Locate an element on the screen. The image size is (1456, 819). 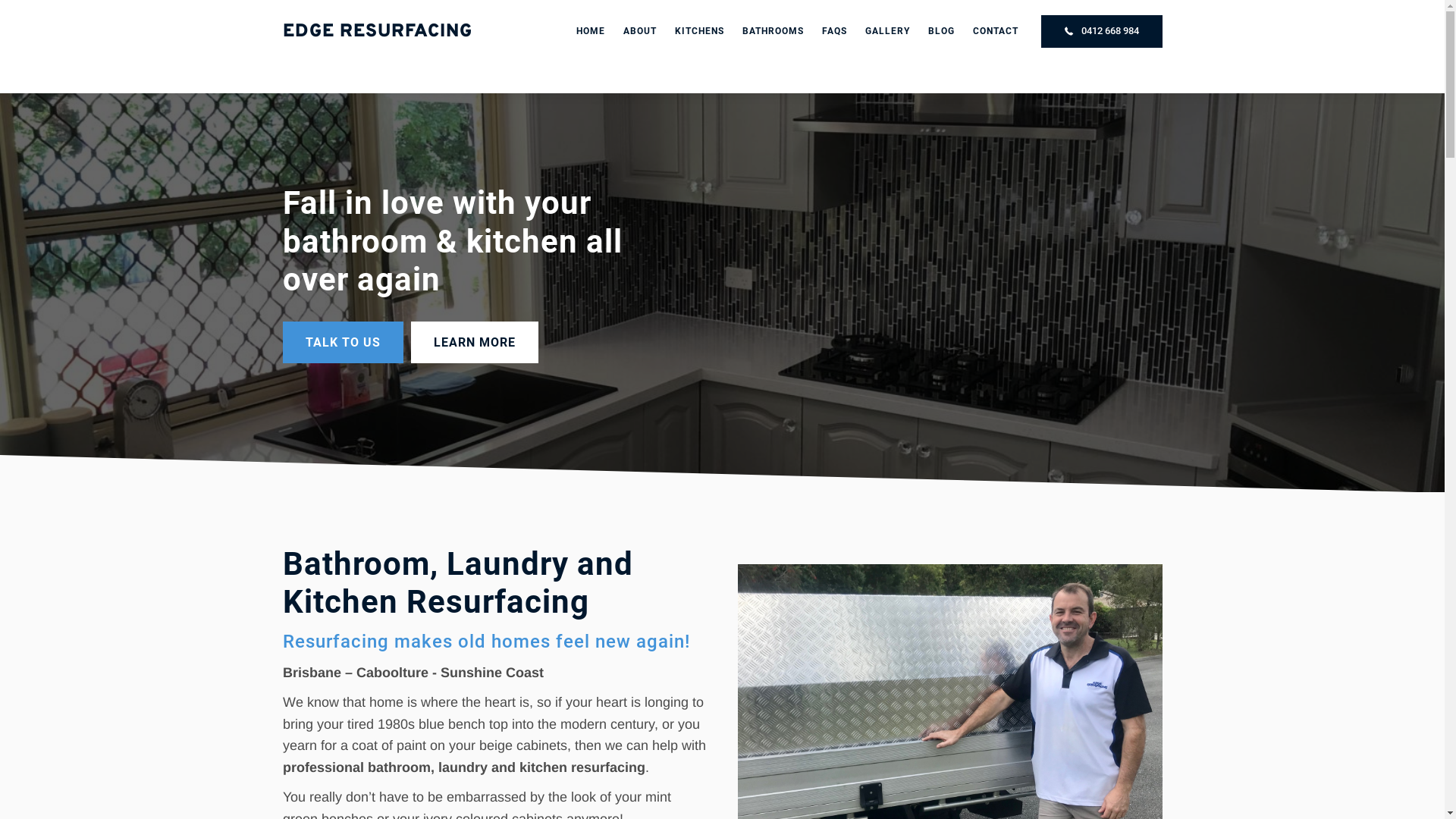
'BATHROOMS' is located at coordinates (772, 31).